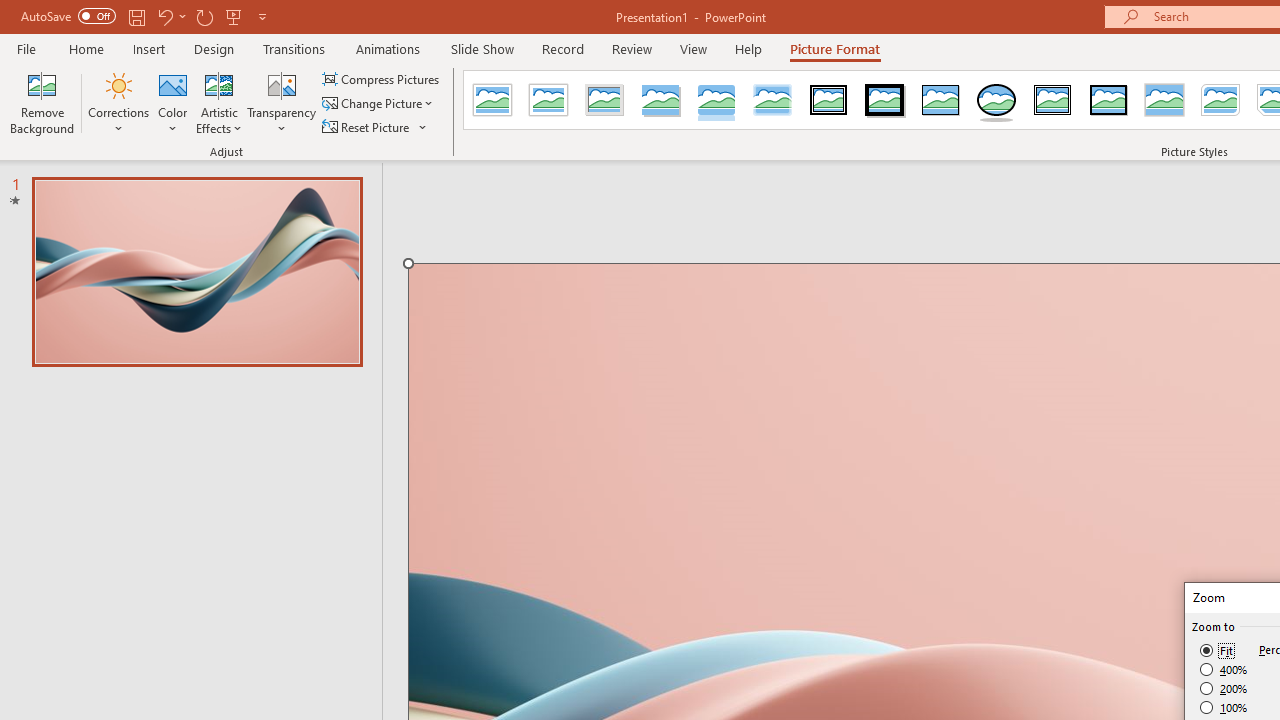 The image size is (1280, 720). Describe the element at coordinates (884, 100) in the screenshot. I see `'Thick Matte, Black'` at that location.